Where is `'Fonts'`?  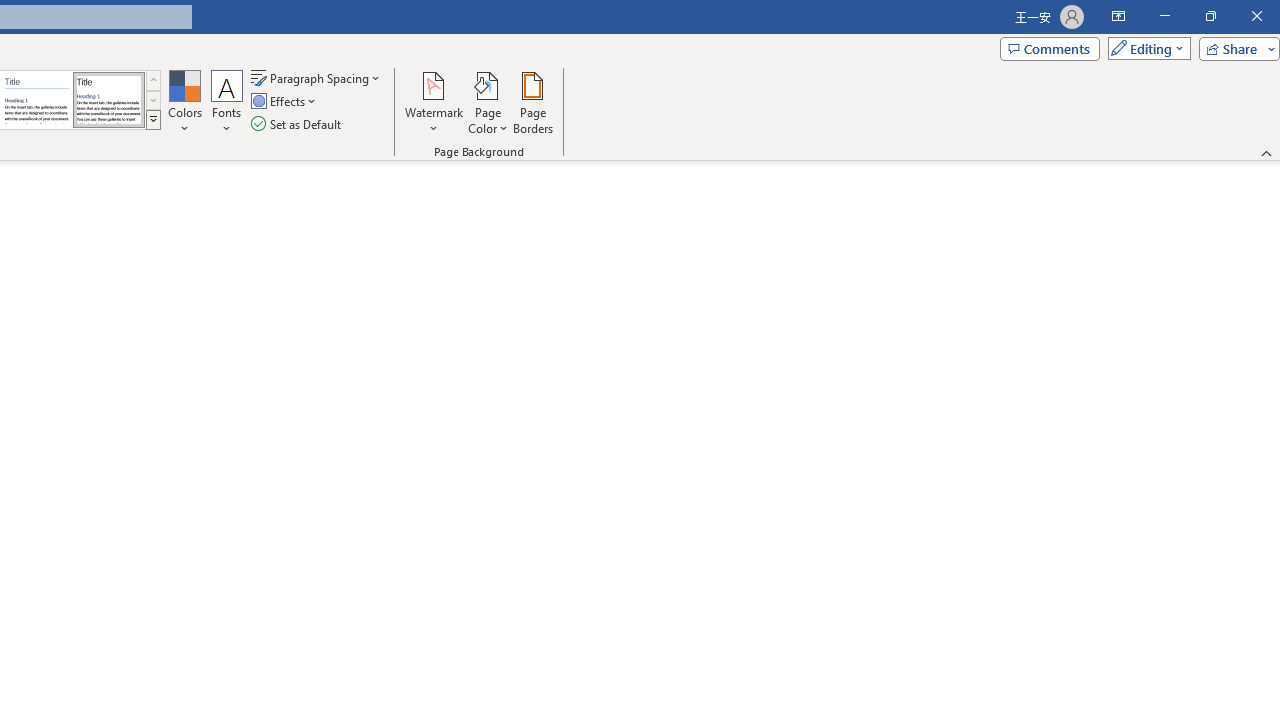 'Fonts' is located at coordinates (227, 103).